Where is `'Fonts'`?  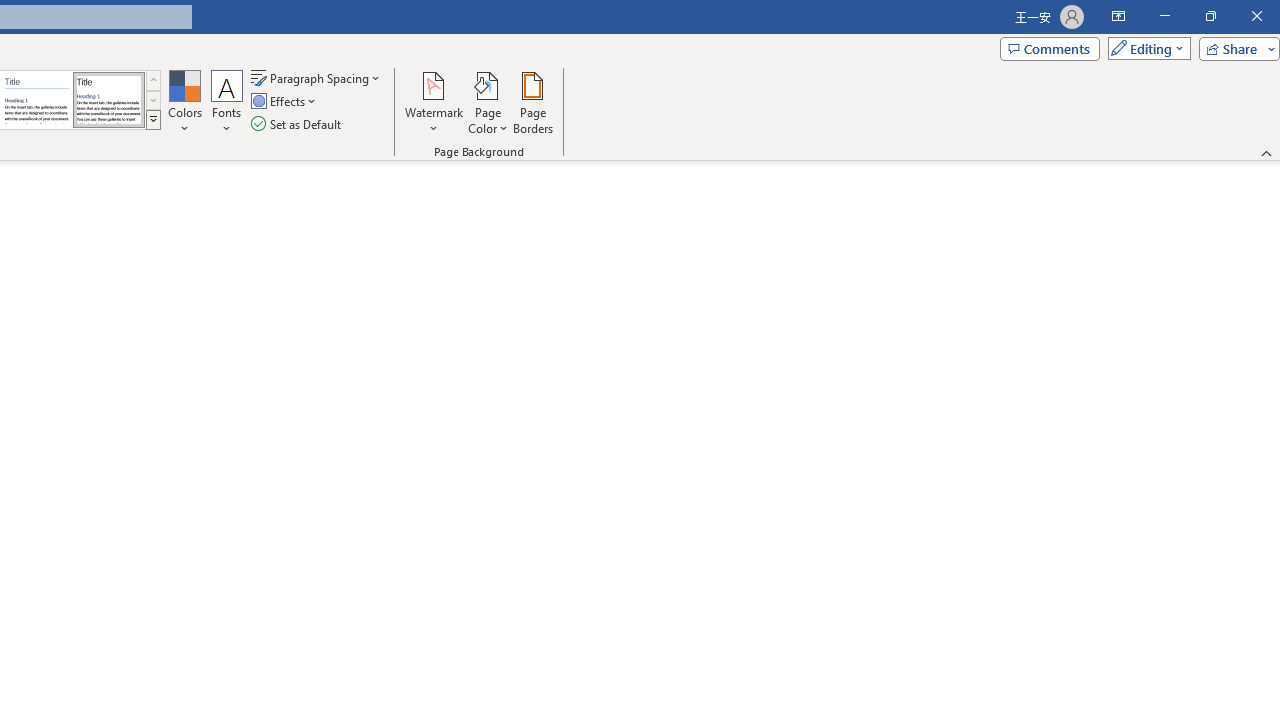 'Fonts' is located at coordinates (227, 103).